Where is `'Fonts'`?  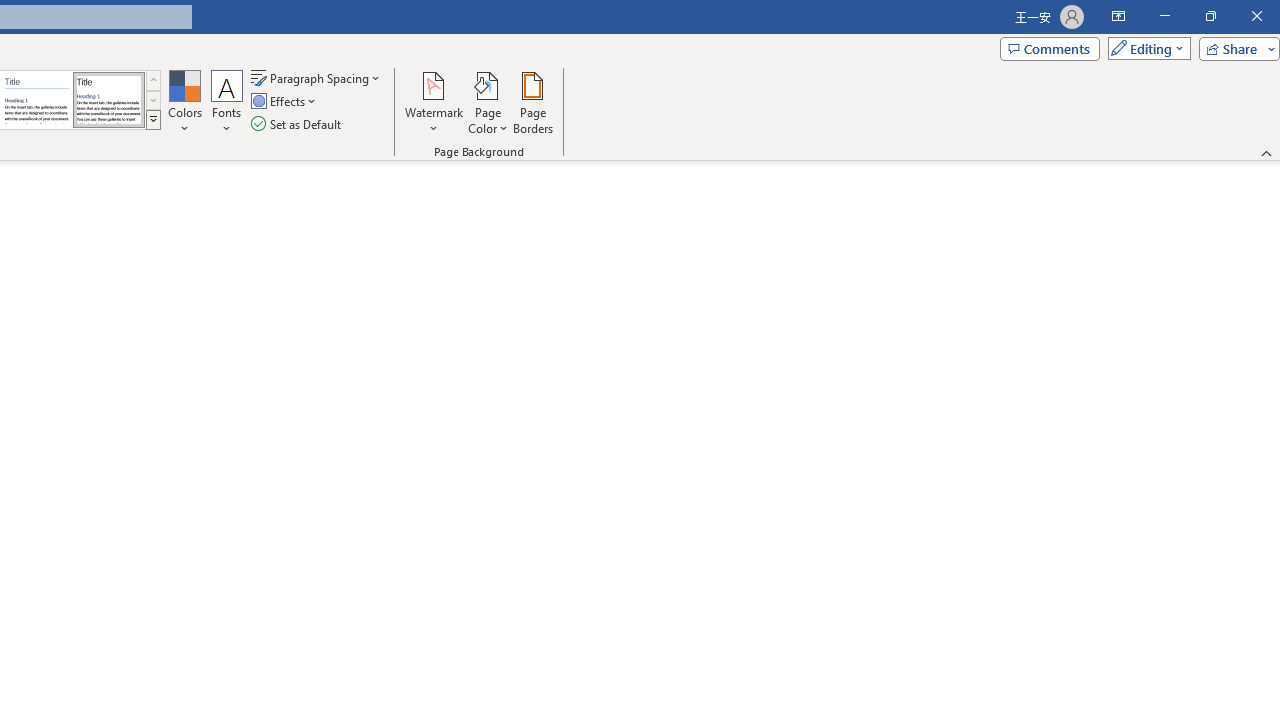 'Fonts' is located at coordinates (227, 103).